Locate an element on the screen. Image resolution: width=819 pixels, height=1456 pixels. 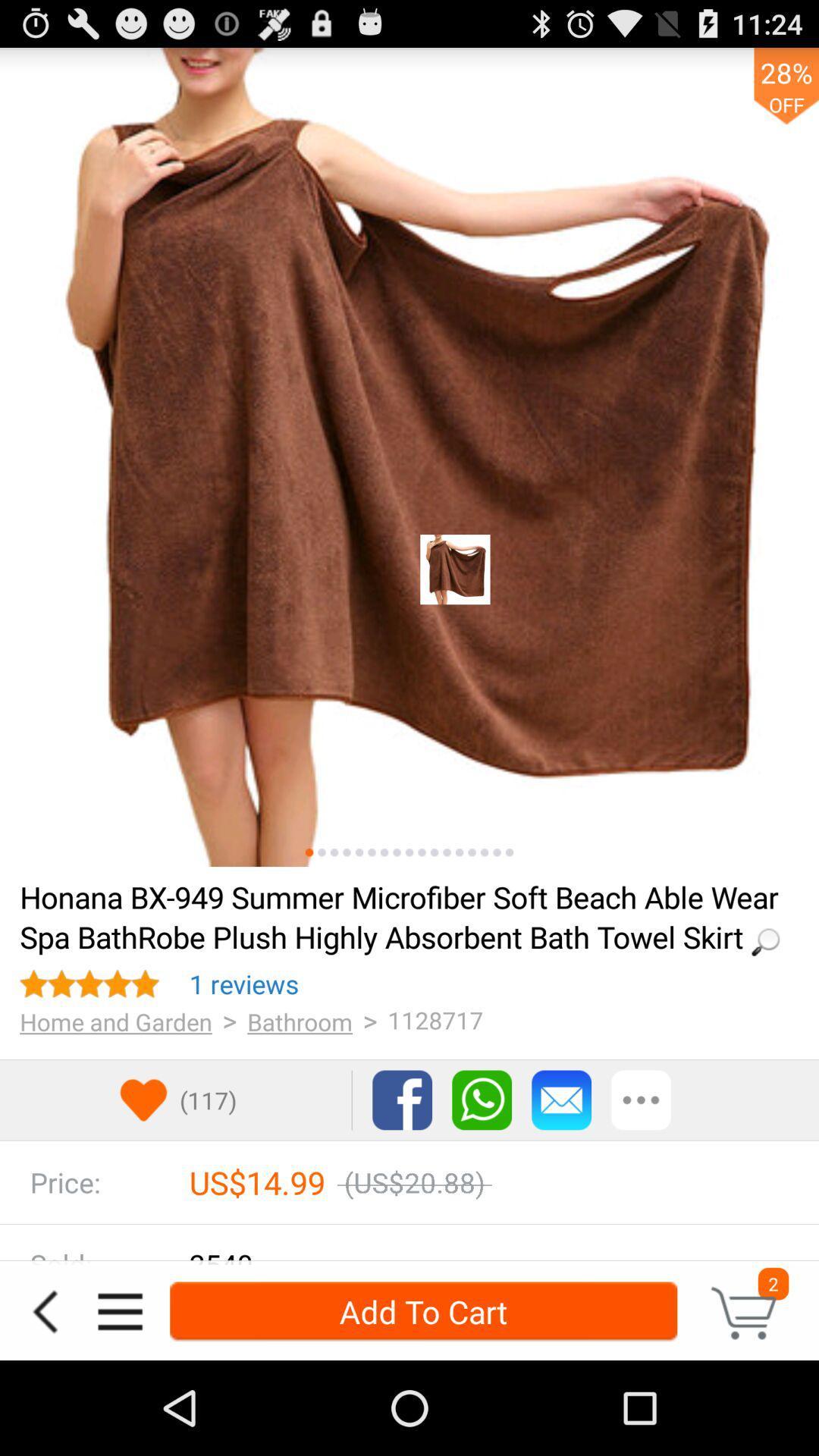
see other image is located at coordinates (485, 852).